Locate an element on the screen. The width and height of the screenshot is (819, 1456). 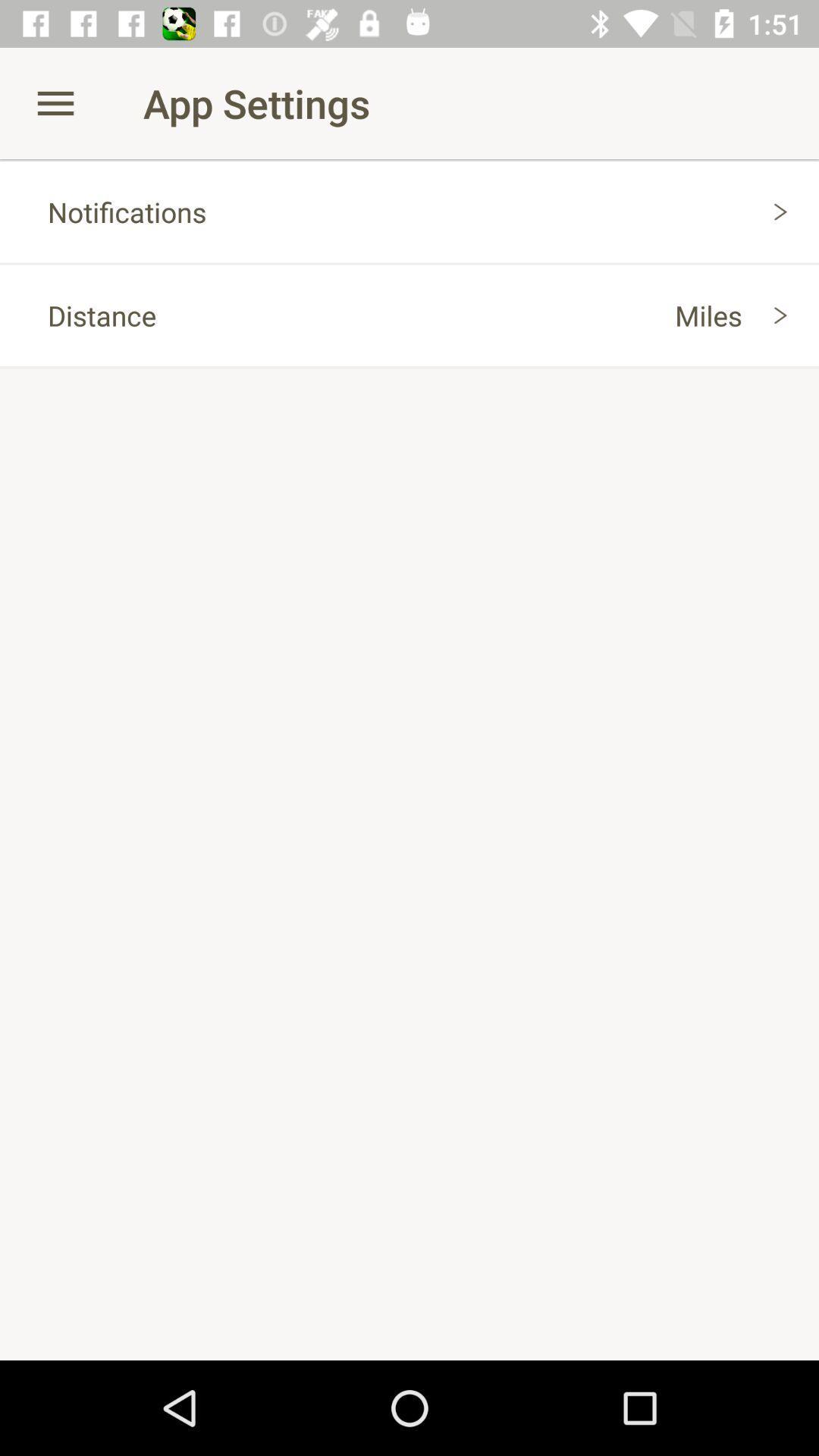
item above the distance icon is located at coordinates (409, 211).